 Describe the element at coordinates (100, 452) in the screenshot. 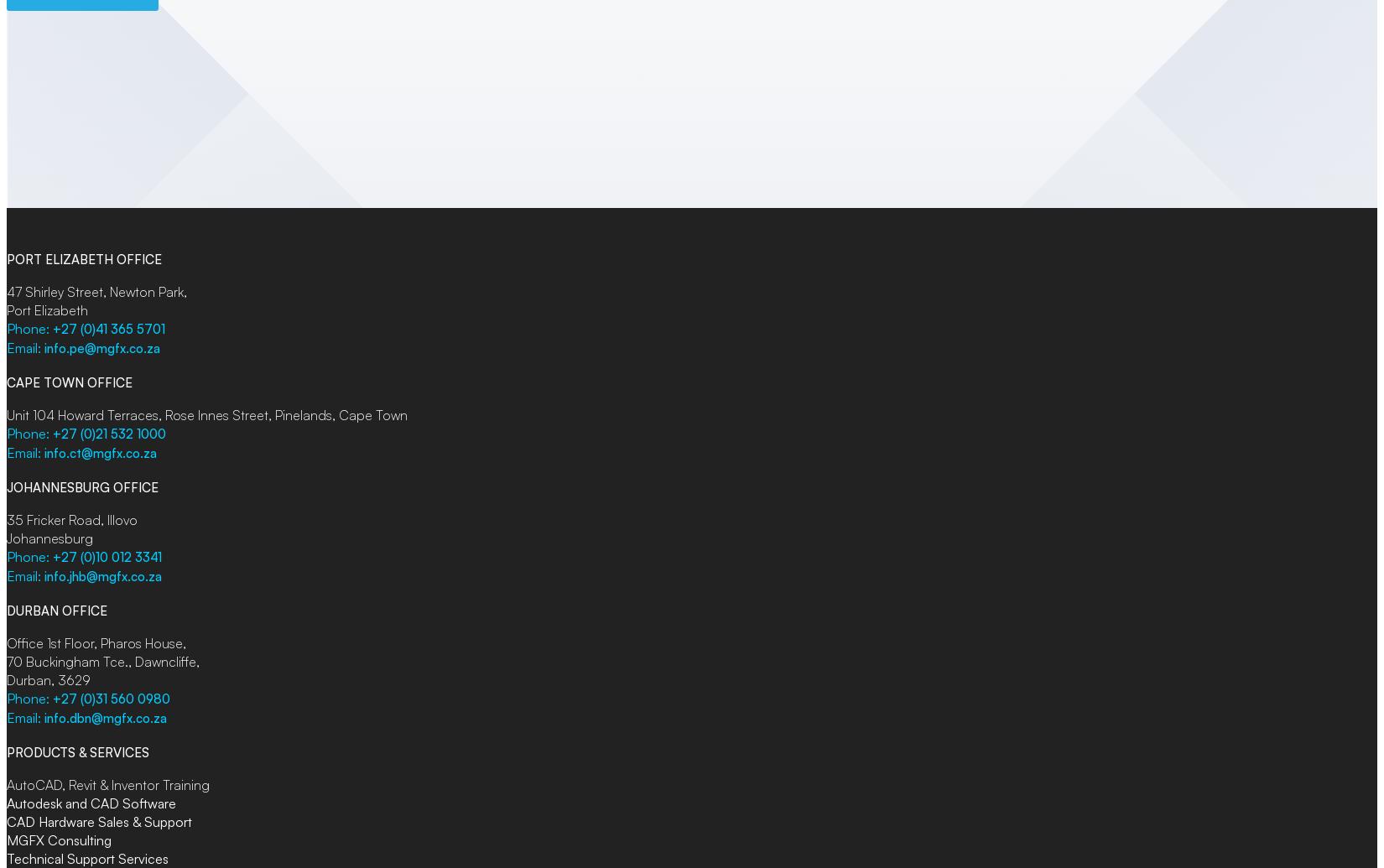

I see `'info.ct@mgfx.co.za'` at that location.